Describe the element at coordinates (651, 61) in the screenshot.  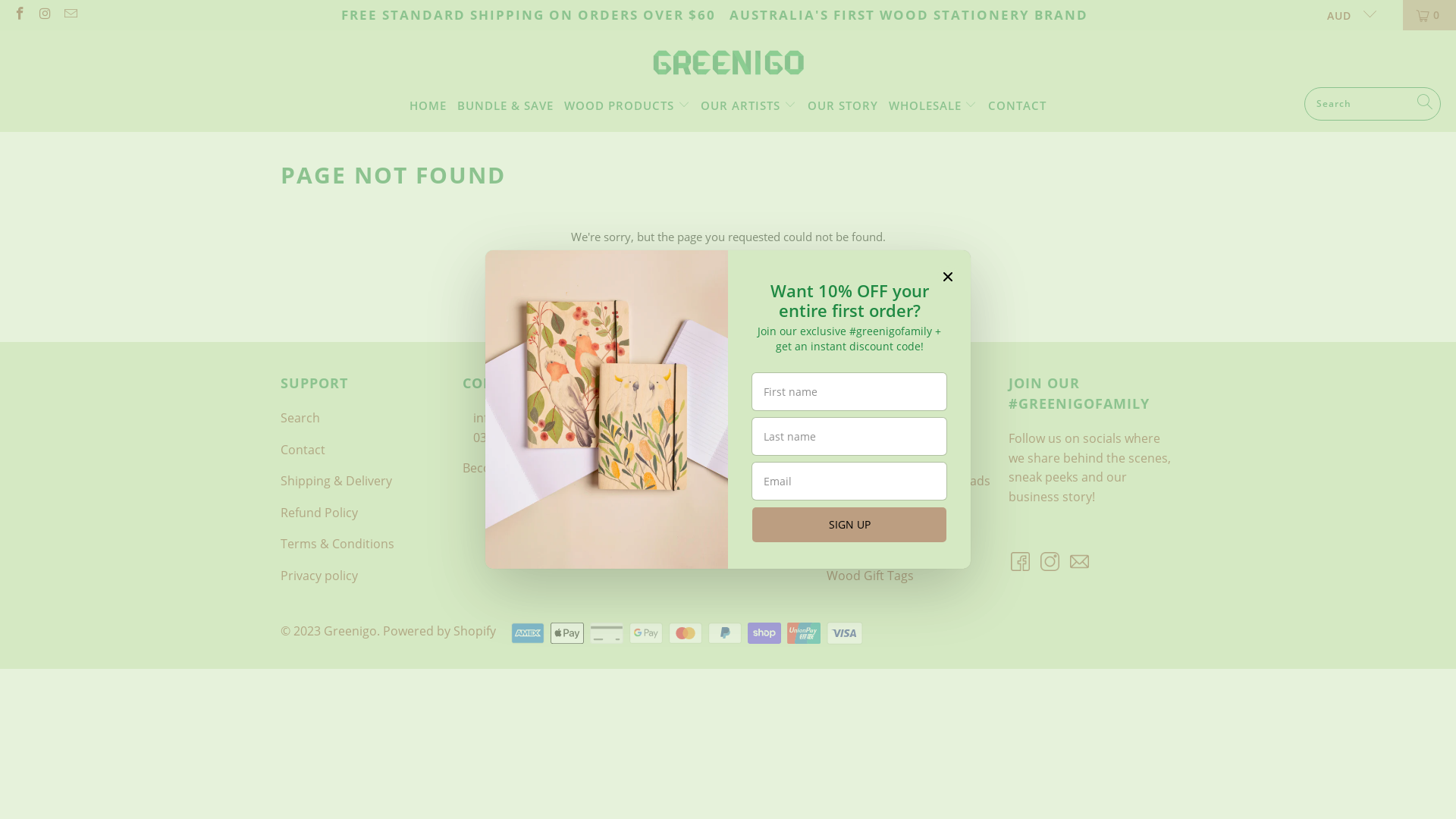
I see `'Greenigo'` at that location.